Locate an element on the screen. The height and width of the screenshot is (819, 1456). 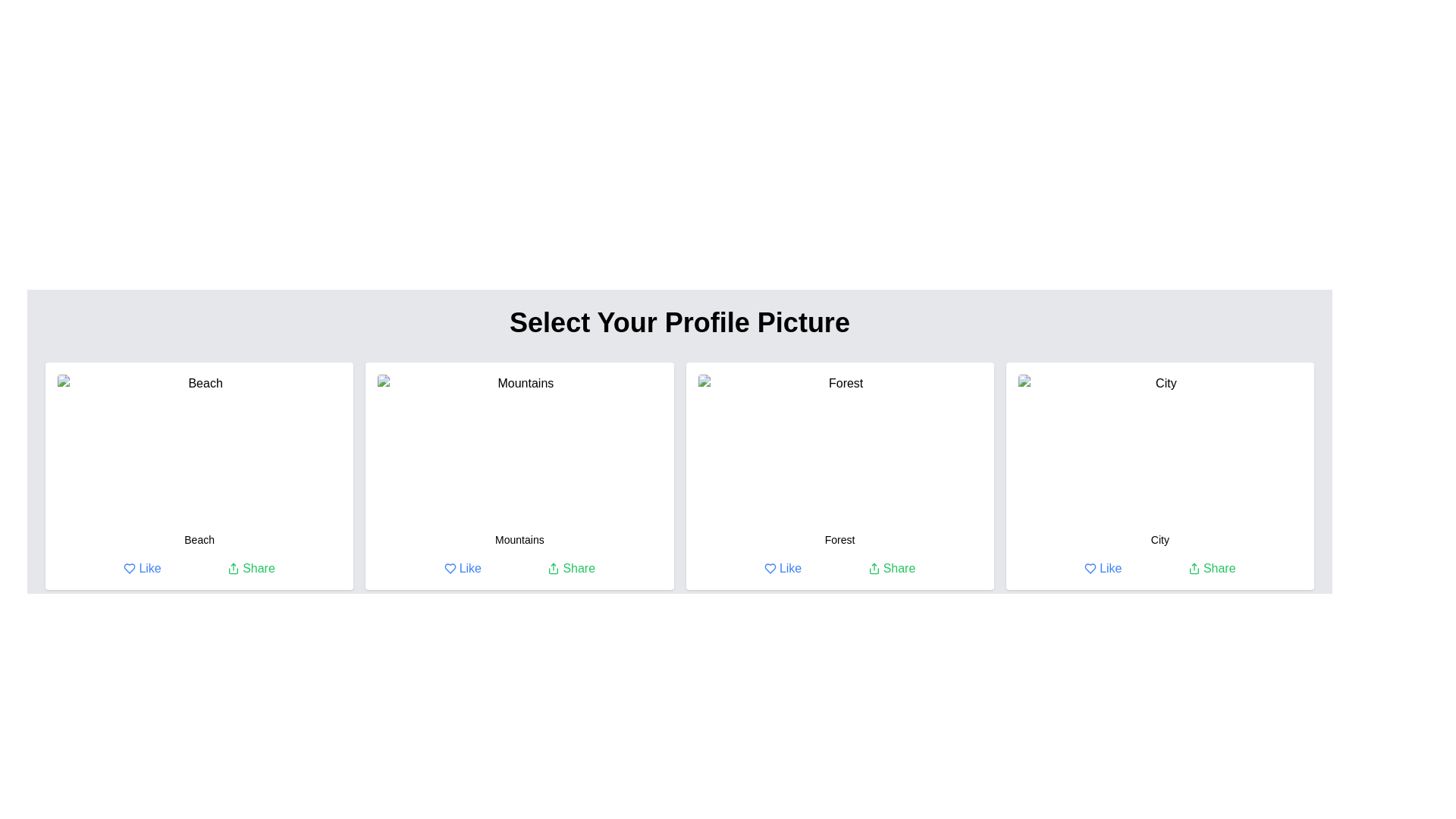
the green 'Share' icon button located at the bottom of the 'Forest' card in the 'Select Your Profile Picture' section is located at coordinates (874, 568).